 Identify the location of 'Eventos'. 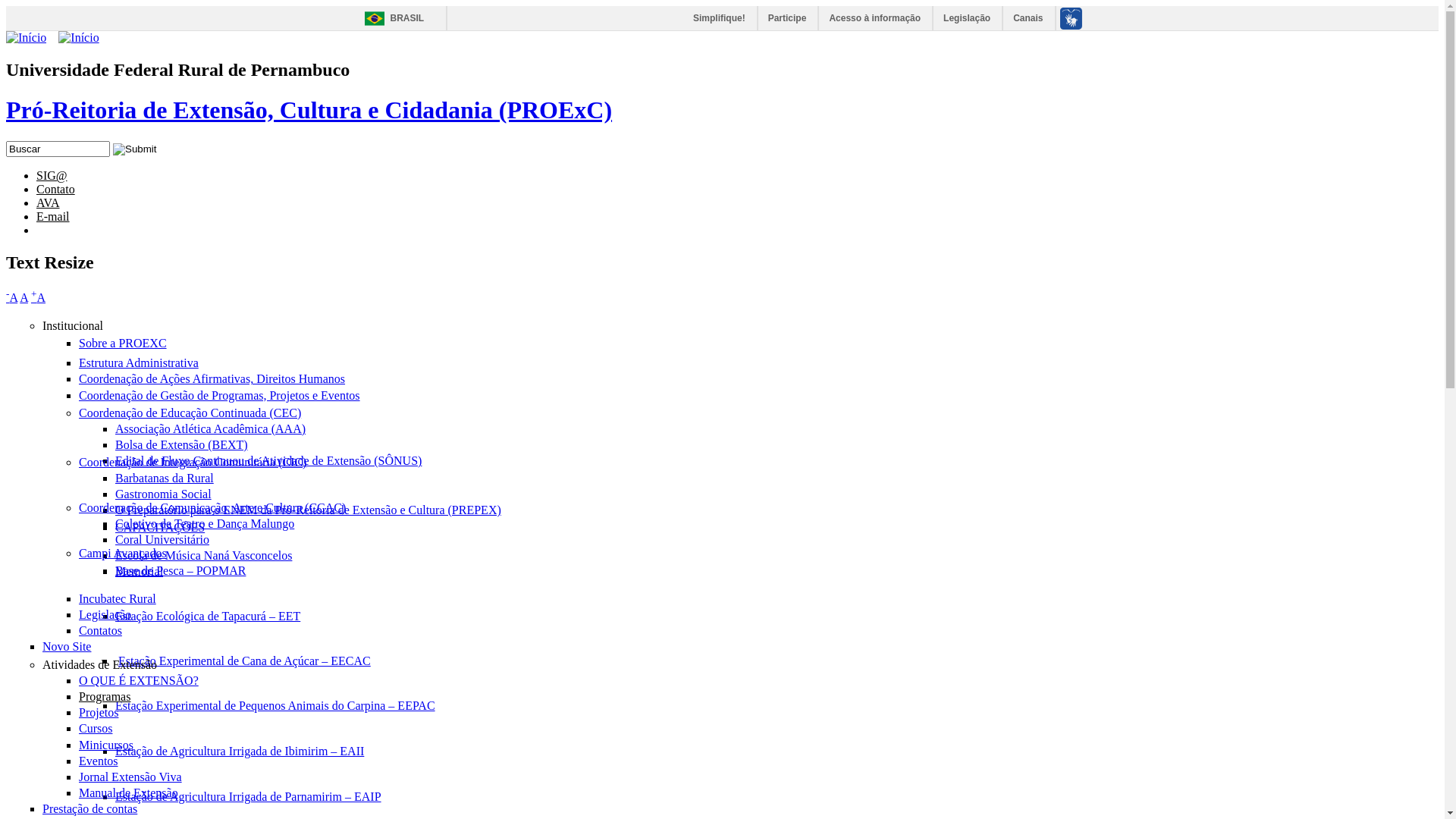
(97, 761).